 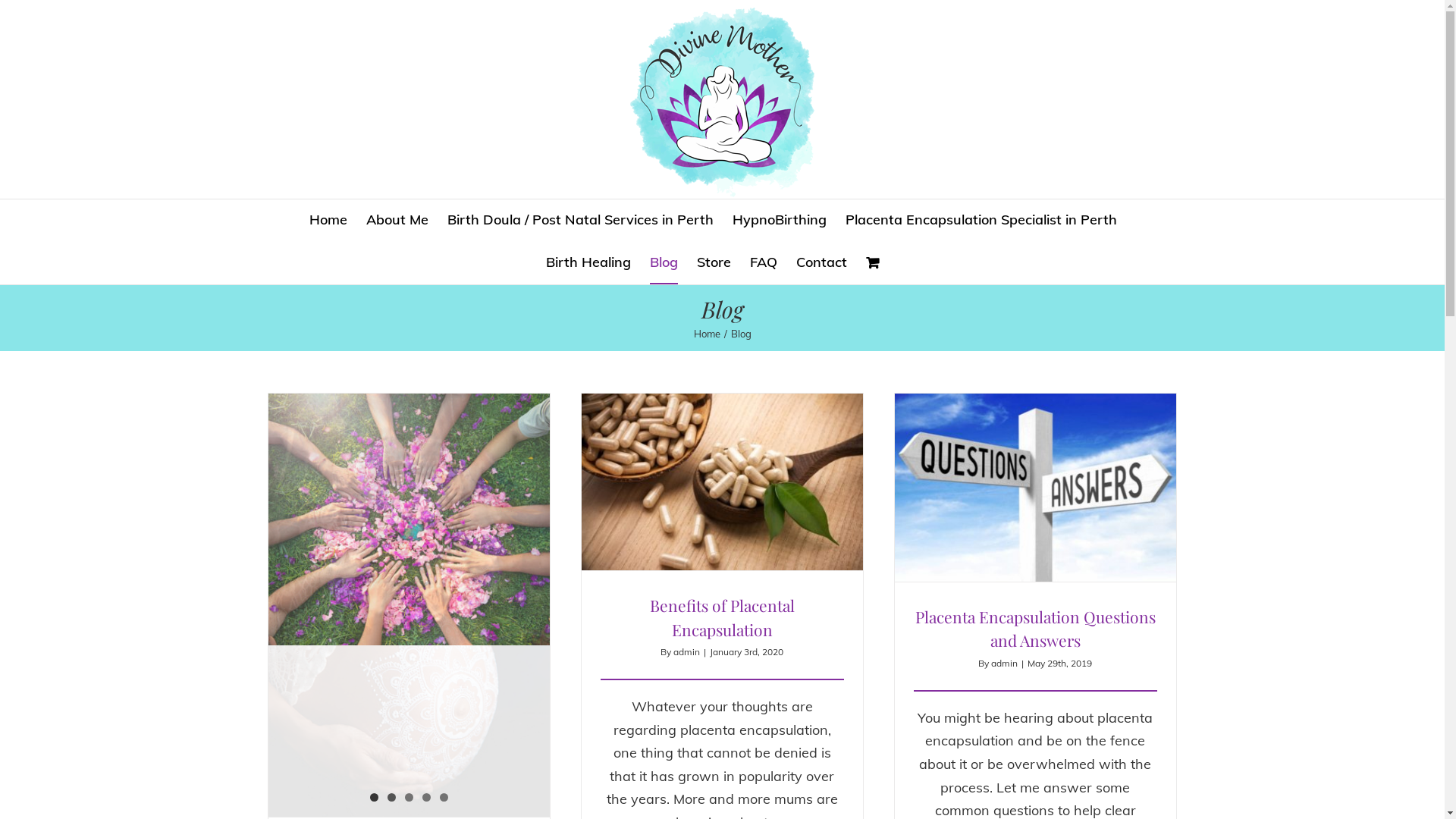 I want to click on 'Home', so click(x=705, y=332).